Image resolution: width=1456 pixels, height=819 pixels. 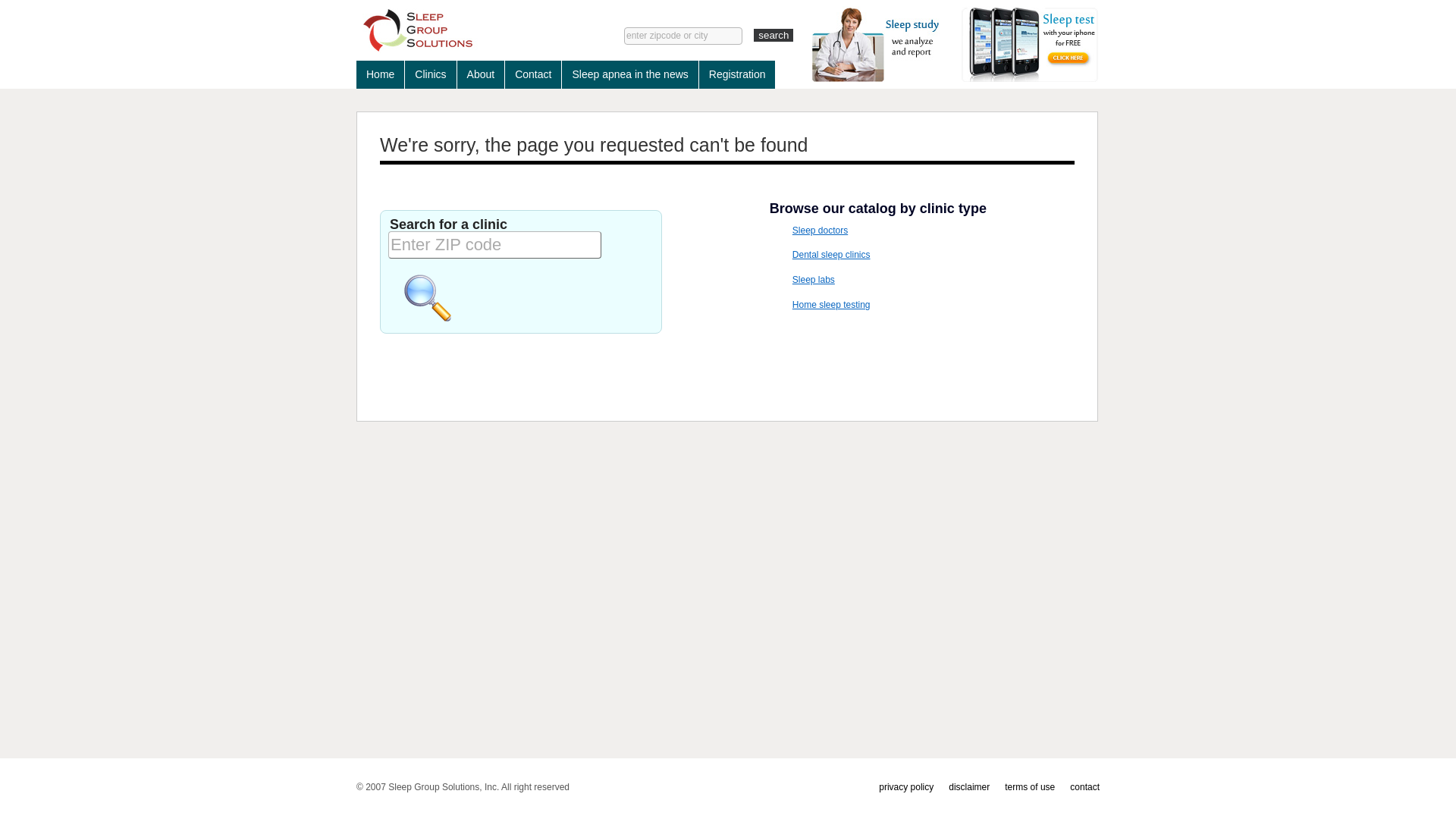 I want to click on 'Sleep lab', so click(x=466, y=30).